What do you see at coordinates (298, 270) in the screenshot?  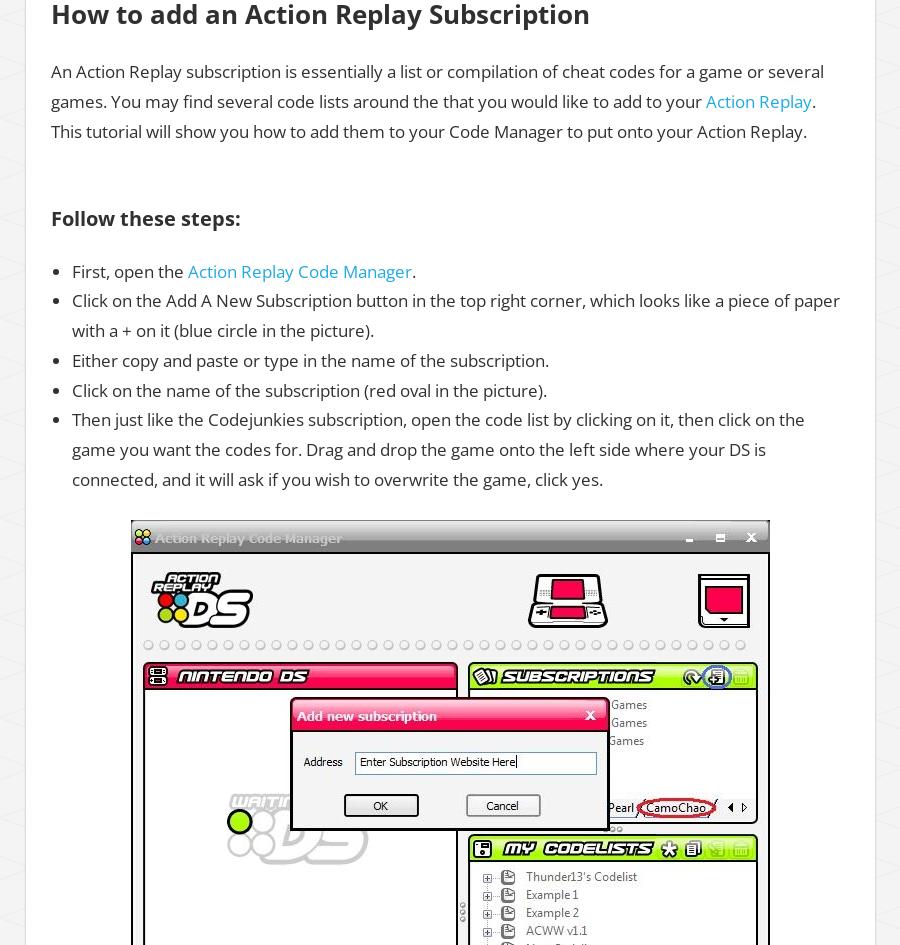 I see `'Action Replay Code Manager'` at bounding box center [298, 270].